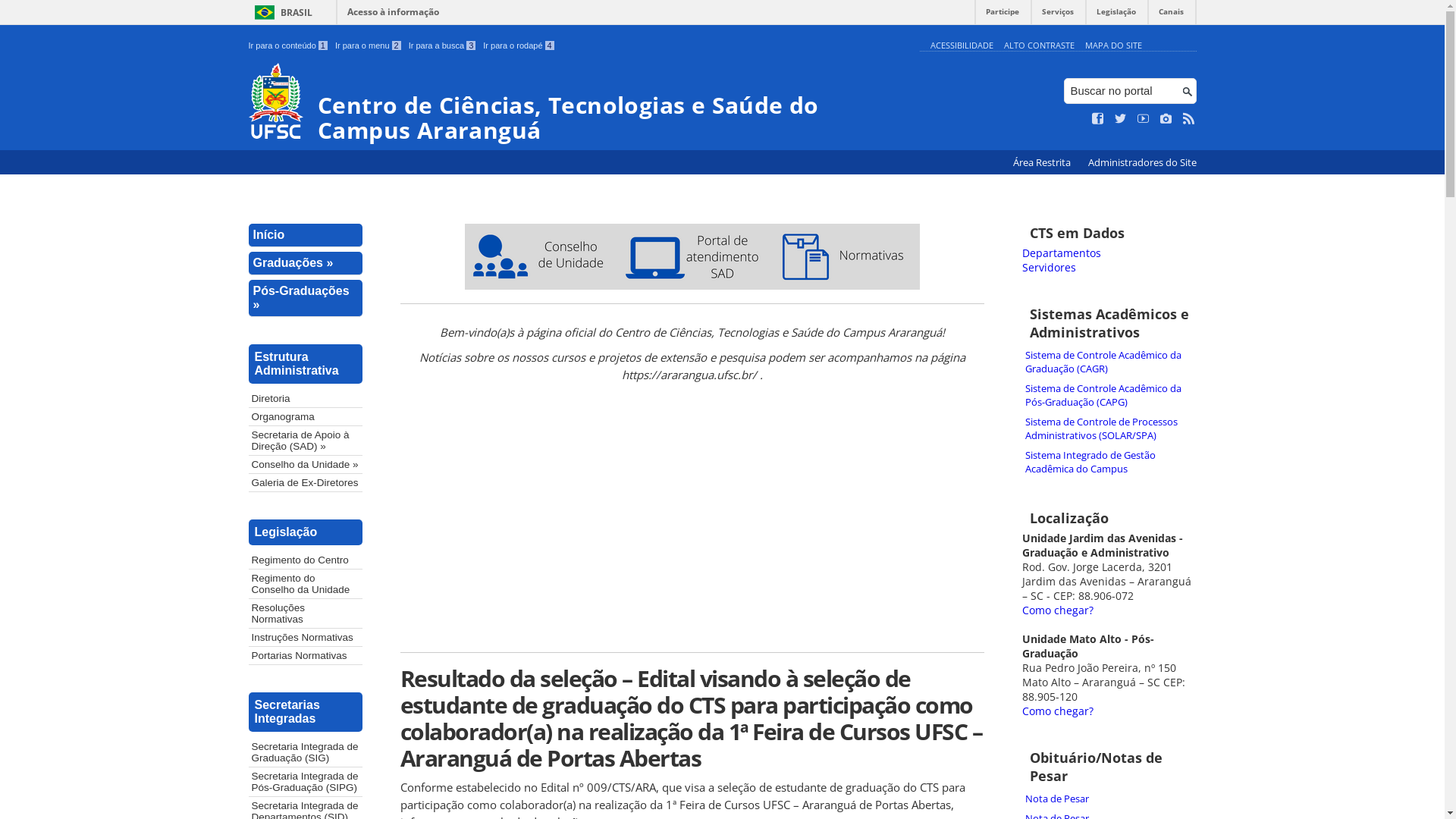 The image size is (1456, 819). Describe the element at coordinates (248, 416) in the screenshot. I see `'Organograma'` at that location.